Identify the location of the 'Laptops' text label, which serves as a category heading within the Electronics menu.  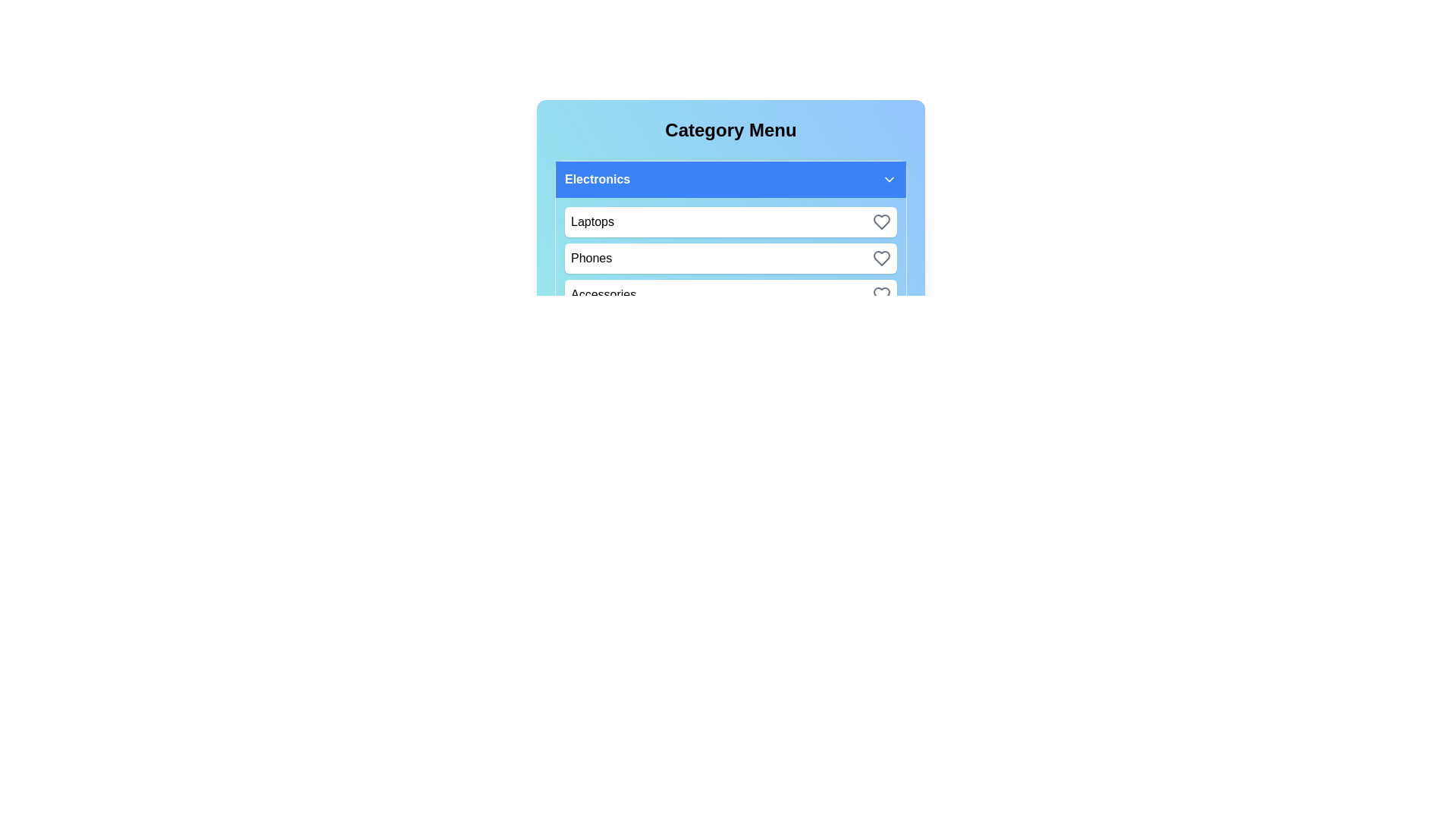
(591, 222).